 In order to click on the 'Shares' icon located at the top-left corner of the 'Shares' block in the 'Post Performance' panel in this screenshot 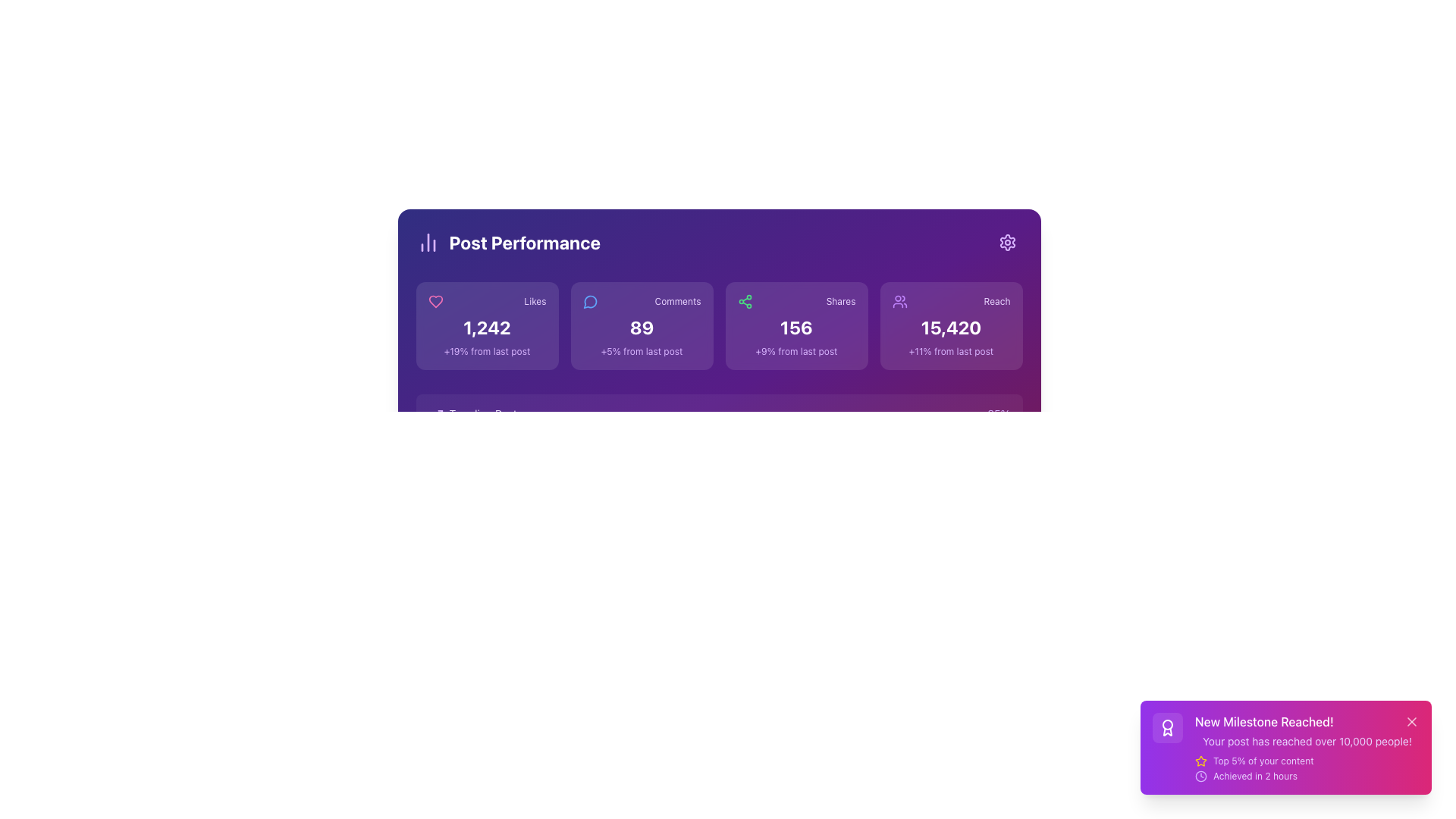, I will do `click(745, 301)`.